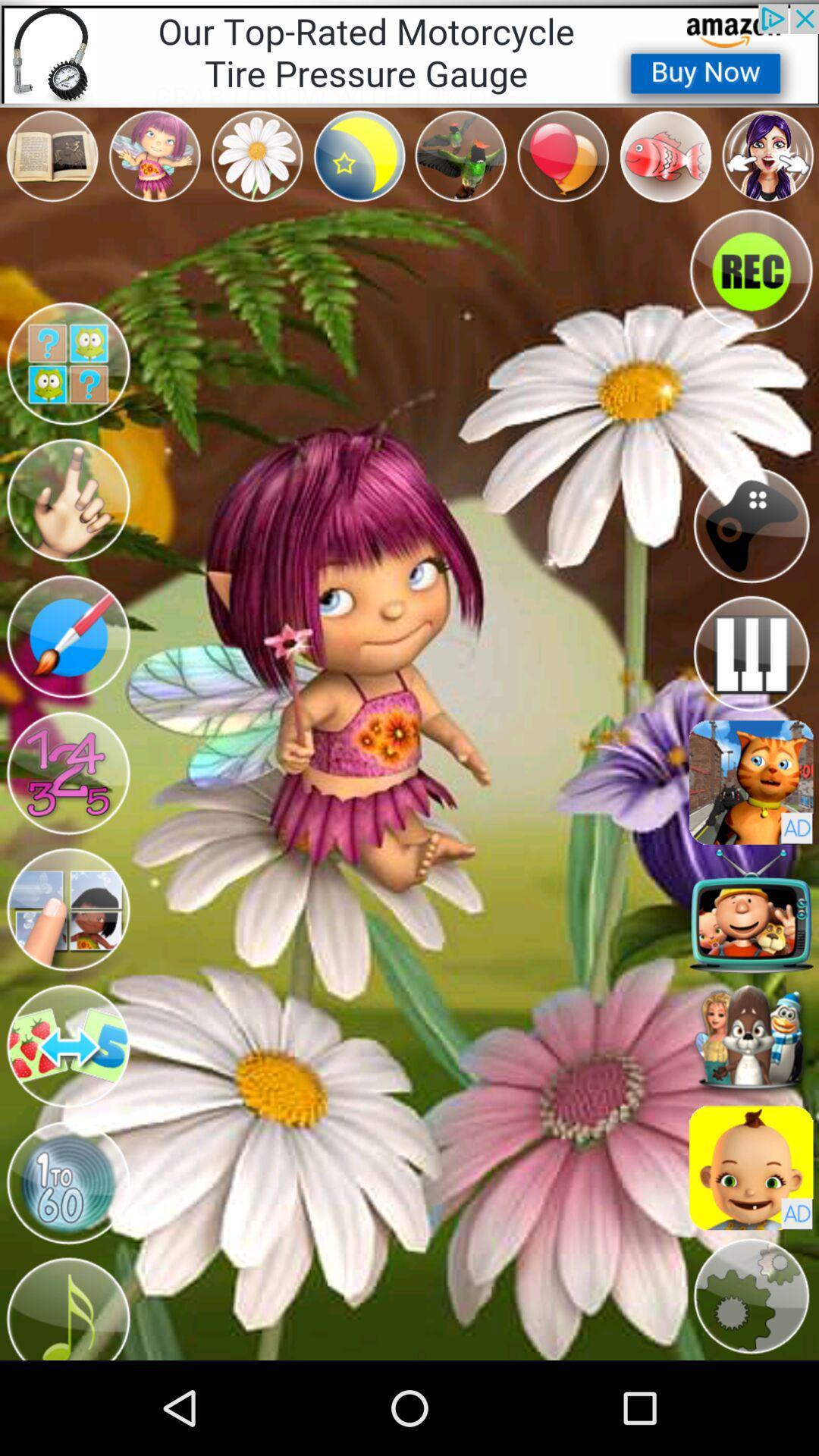 This screenshot has width=819, height=1456. Describe the element at coordinates (751, 1167) in the screenshot. I see `opens advertisement` at that location.